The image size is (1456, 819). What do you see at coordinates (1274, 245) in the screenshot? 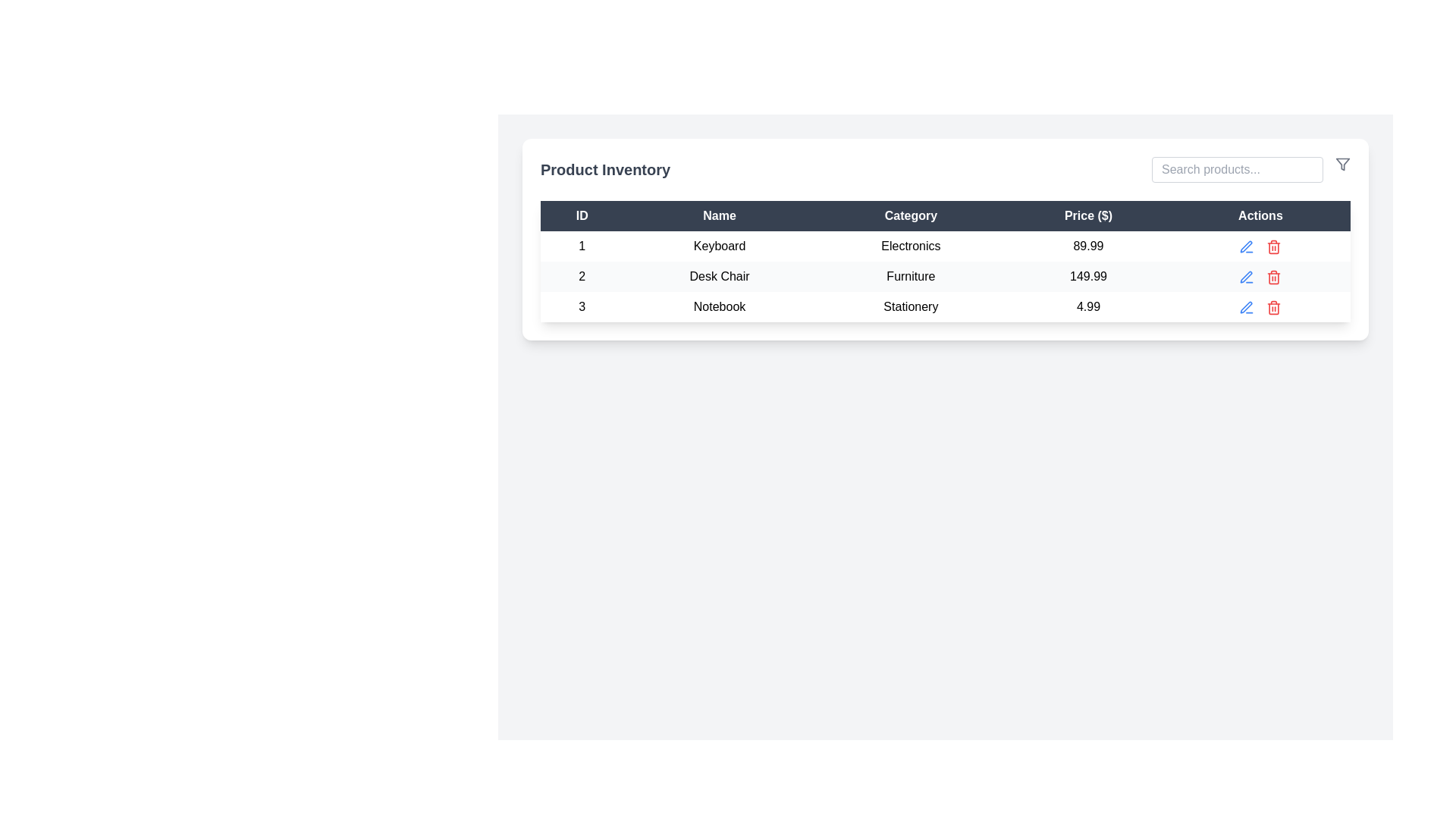
I see `the delete icon button located in the 'Actions' column of the first row in the 'Product Inventory' table` at bounding box center [1274, 245].